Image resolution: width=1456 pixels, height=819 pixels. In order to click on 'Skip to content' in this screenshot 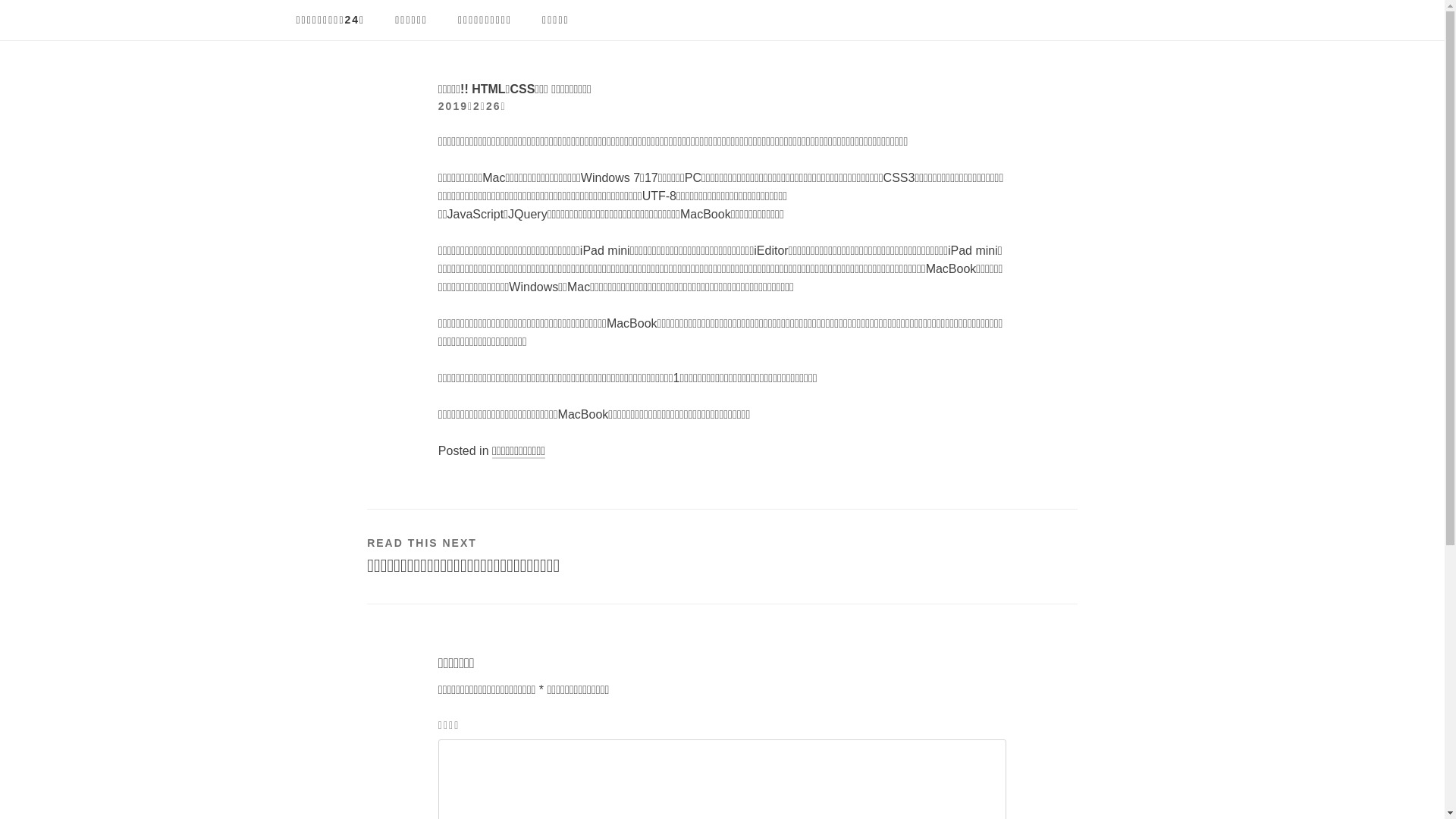, I will do `click(0, 0)`.